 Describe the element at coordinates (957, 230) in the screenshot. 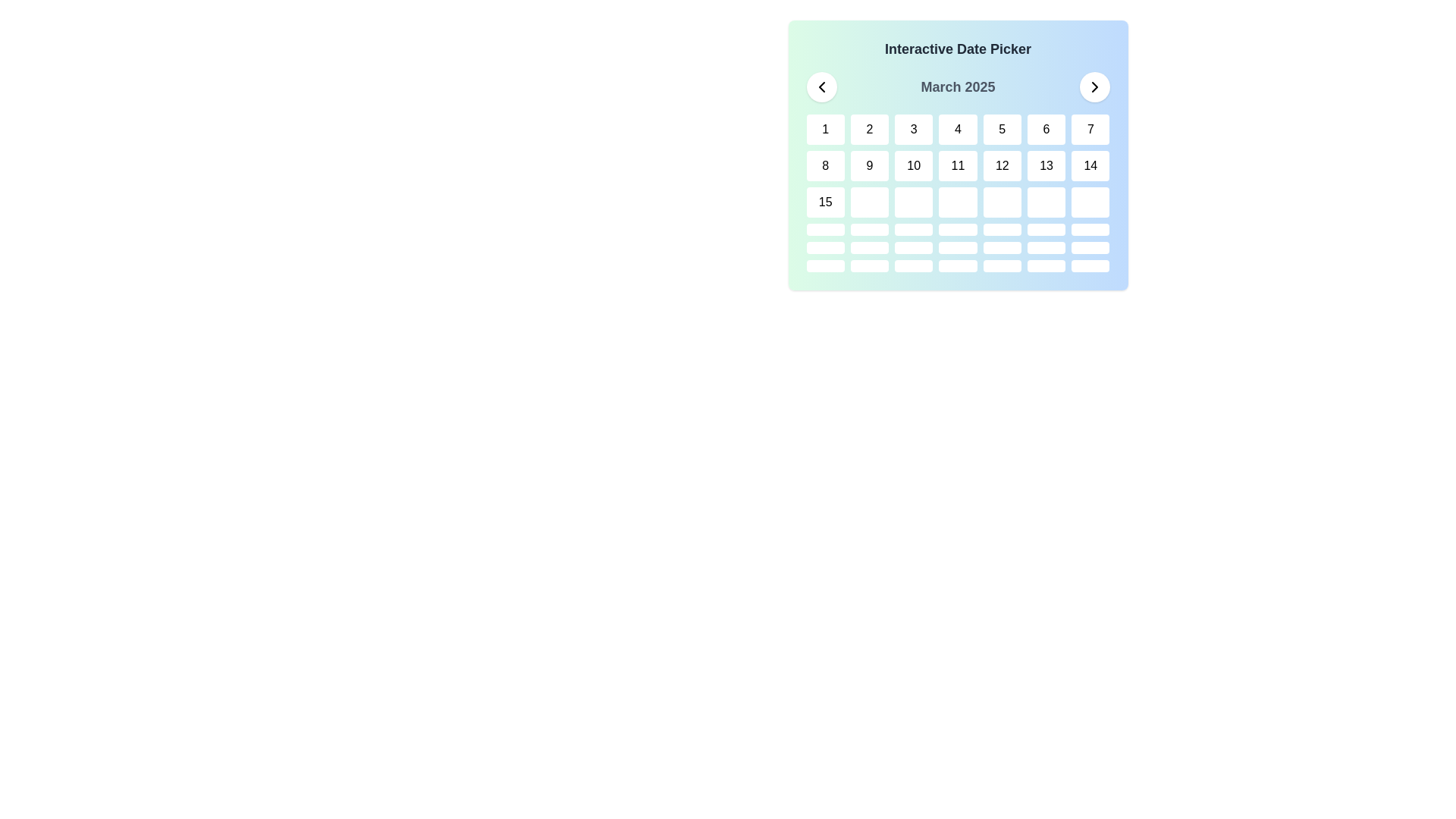

I see `the interactive date cell button located in the 4th box of the 4th row within the calendar for March 2025` at that location.